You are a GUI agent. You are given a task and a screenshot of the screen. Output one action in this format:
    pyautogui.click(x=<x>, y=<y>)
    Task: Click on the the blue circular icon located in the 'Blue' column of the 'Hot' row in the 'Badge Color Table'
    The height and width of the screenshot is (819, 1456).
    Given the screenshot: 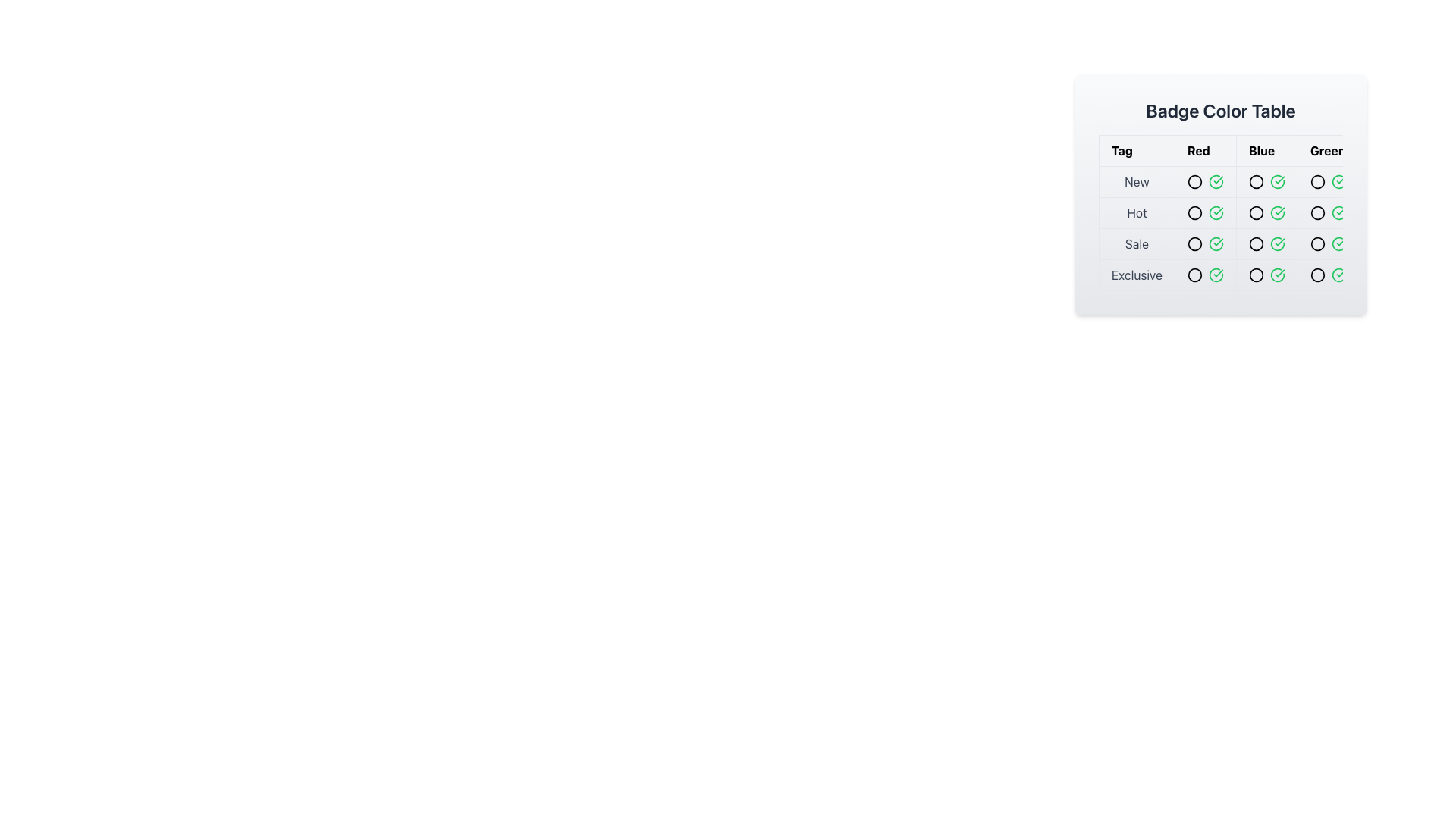 What is the action you would take?
    pyautogui.click(x=1256, y=213)
    